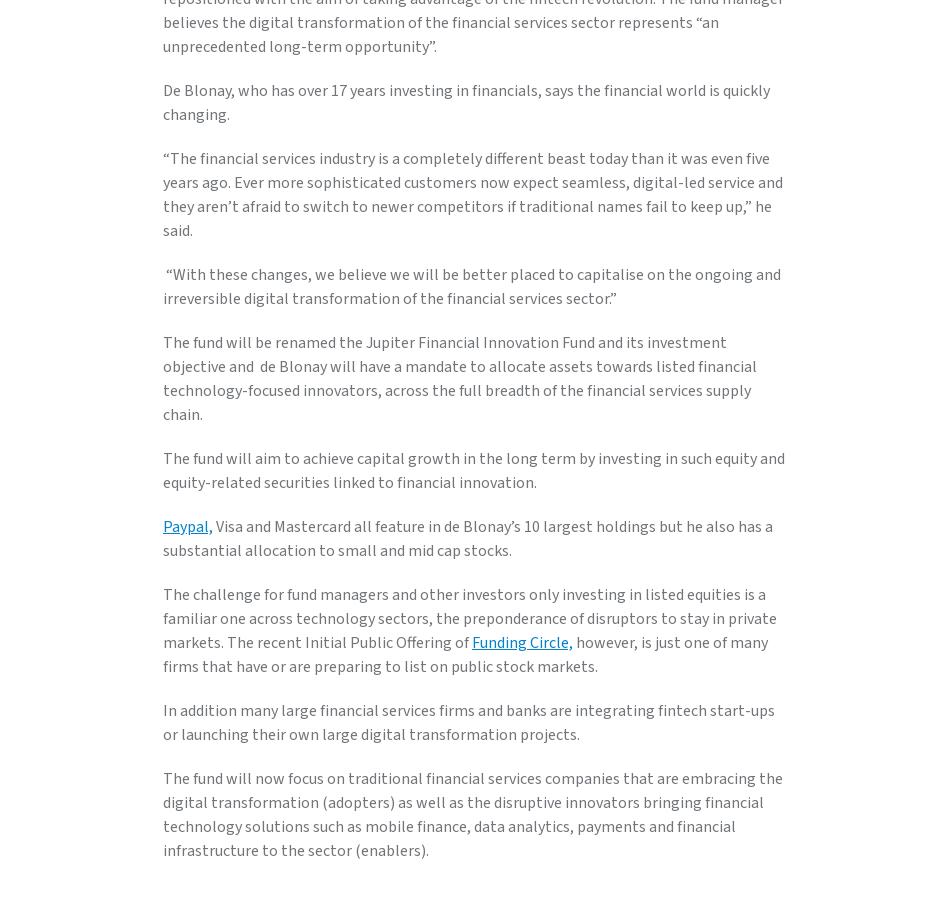 Image resolution: width=950 pixels, height=898 pixels. Describe the element at coordinates (210, 15) in the screenshot. I see `'Amelia Isaacs'` at that location.